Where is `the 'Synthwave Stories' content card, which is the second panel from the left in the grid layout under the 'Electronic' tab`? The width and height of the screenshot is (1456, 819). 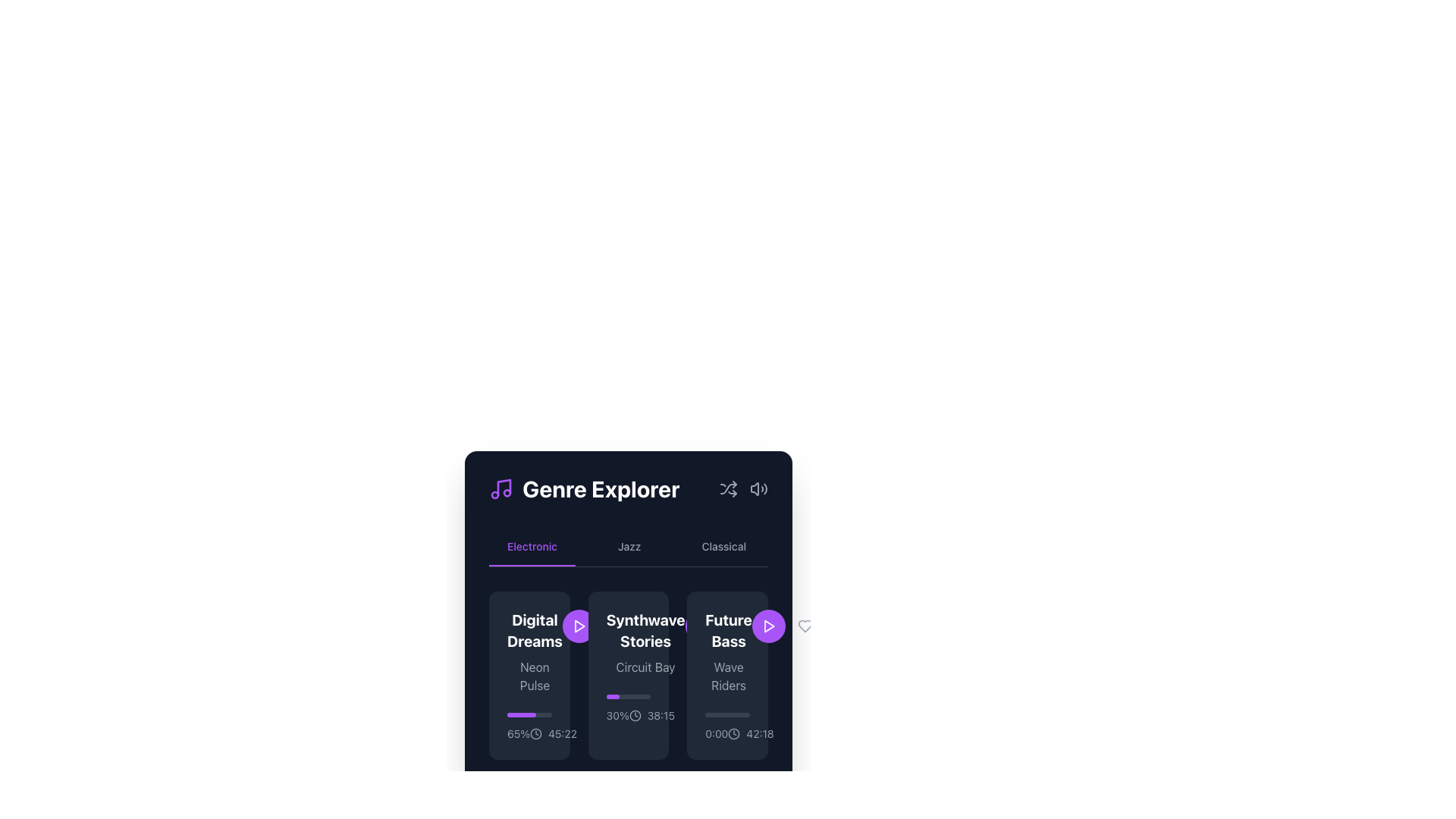
the 'Synthwave Stories' content card, which is the second panel from the left in the grid layout under the 'Electronic' tab is located at coordinates (629, 675).